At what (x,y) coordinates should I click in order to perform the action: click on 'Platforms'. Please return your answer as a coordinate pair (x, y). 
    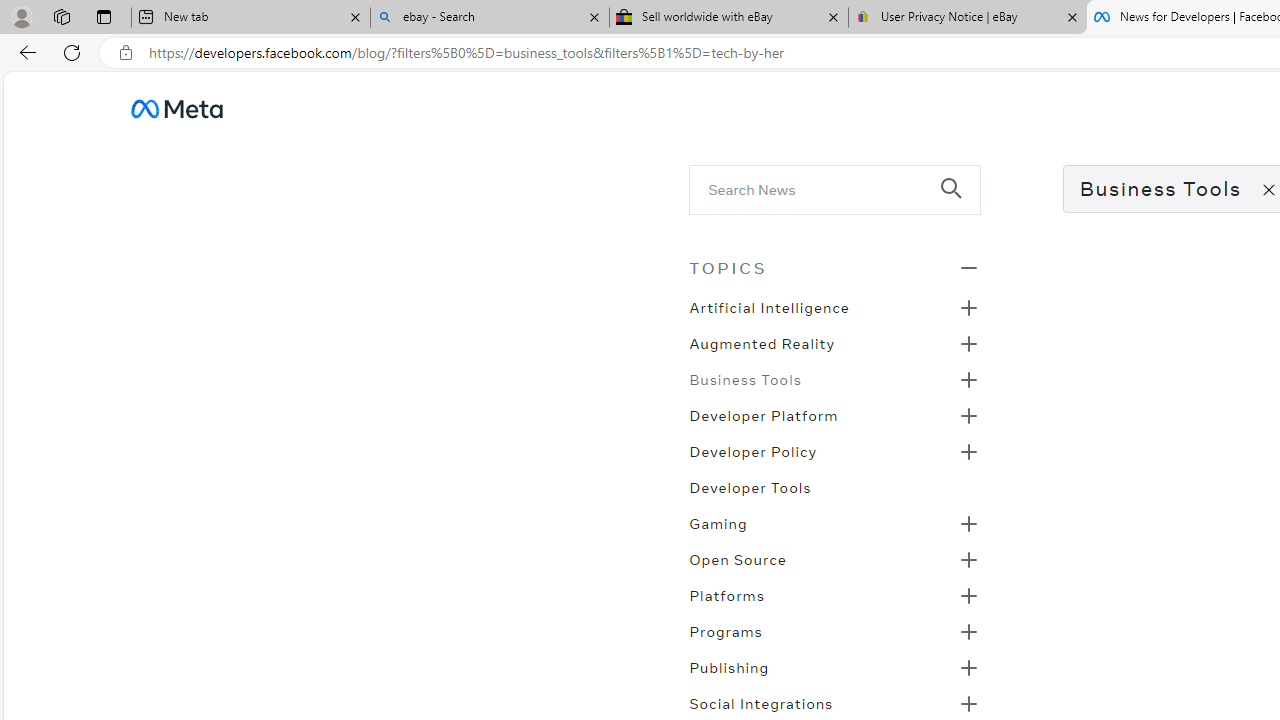
    Looking at the image, I should click on (726, 593).